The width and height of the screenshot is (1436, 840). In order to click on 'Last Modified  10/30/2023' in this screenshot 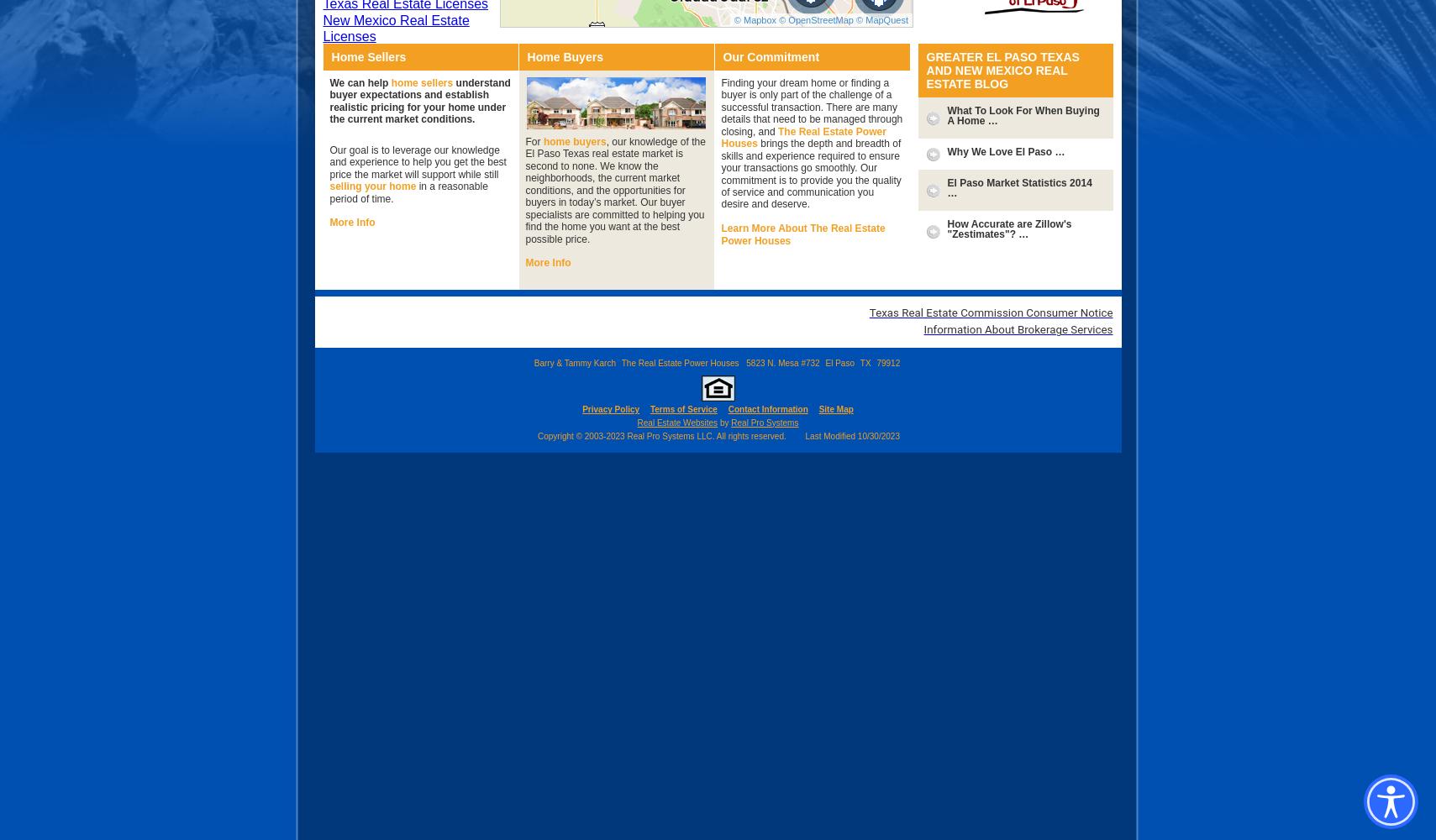, I will do `click(852, 435)`.